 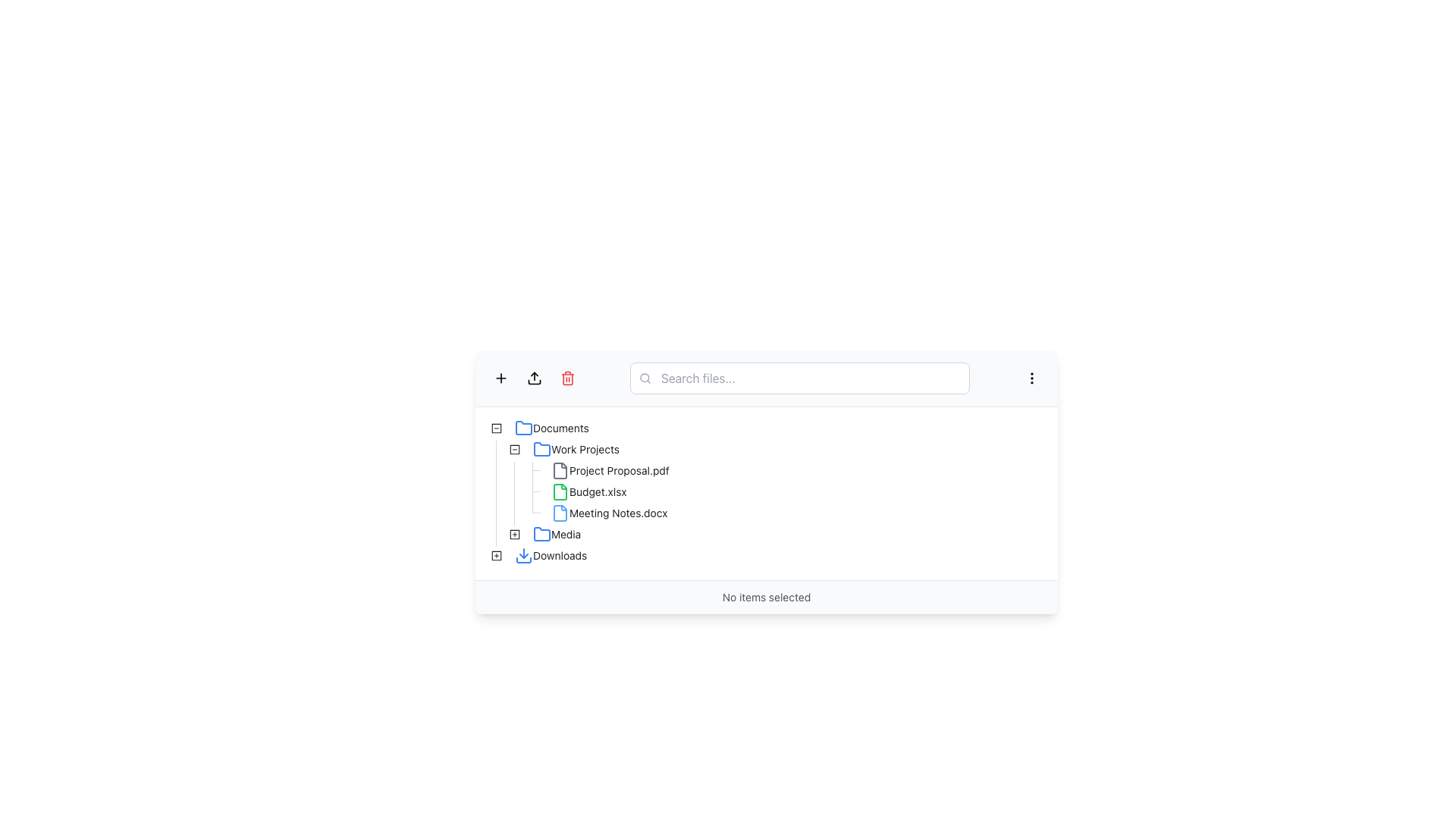 What do you see at coordinates (566, 377) in the screenshot?
I see `the trash can icon located in the upper-right corner of the file management interface` at bounding box center [566, 377].